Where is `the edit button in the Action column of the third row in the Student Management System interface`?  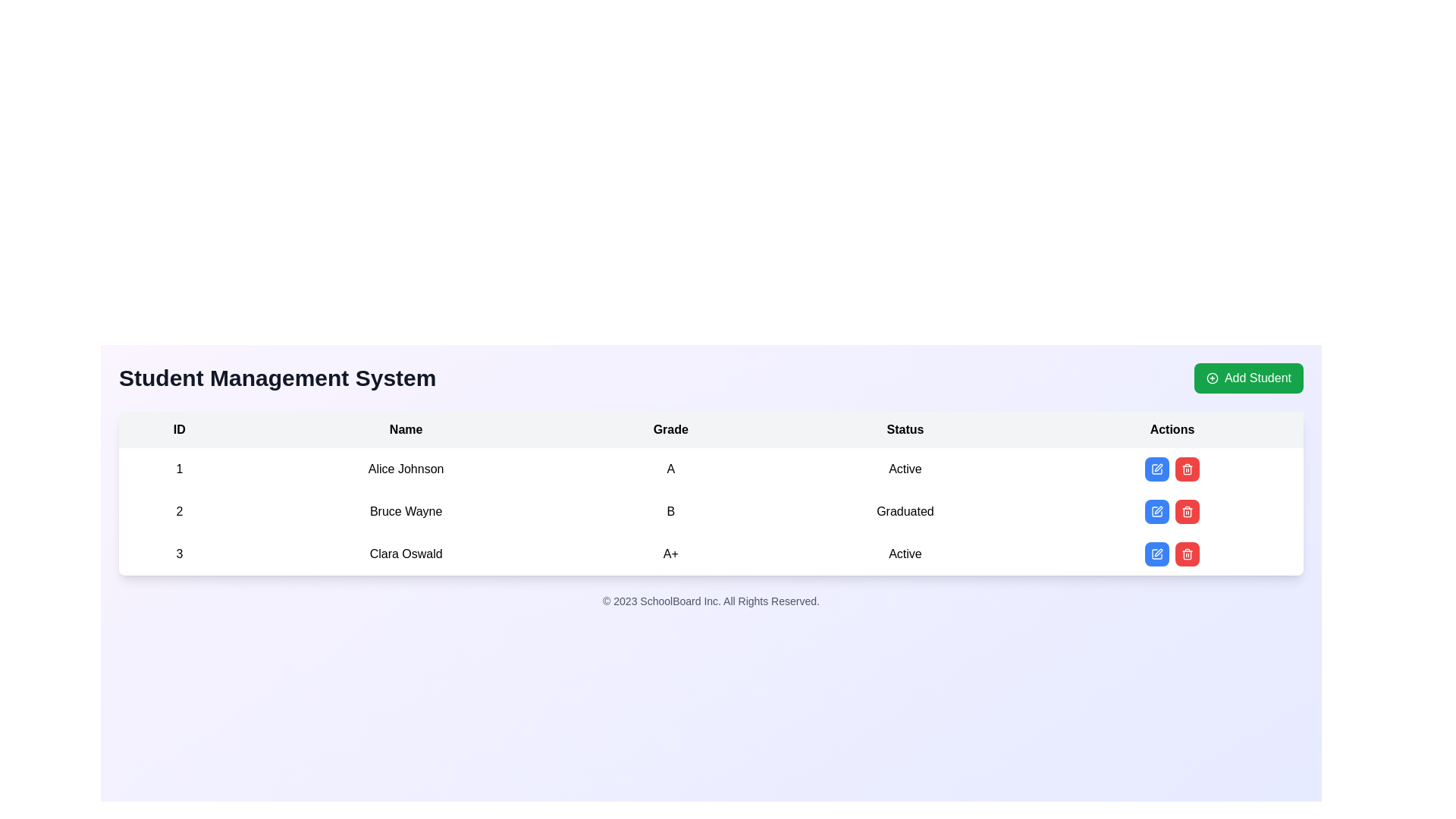
the edit button in the Action column of the third row in the Student Management System interface is located at coordinates (1156, 554).